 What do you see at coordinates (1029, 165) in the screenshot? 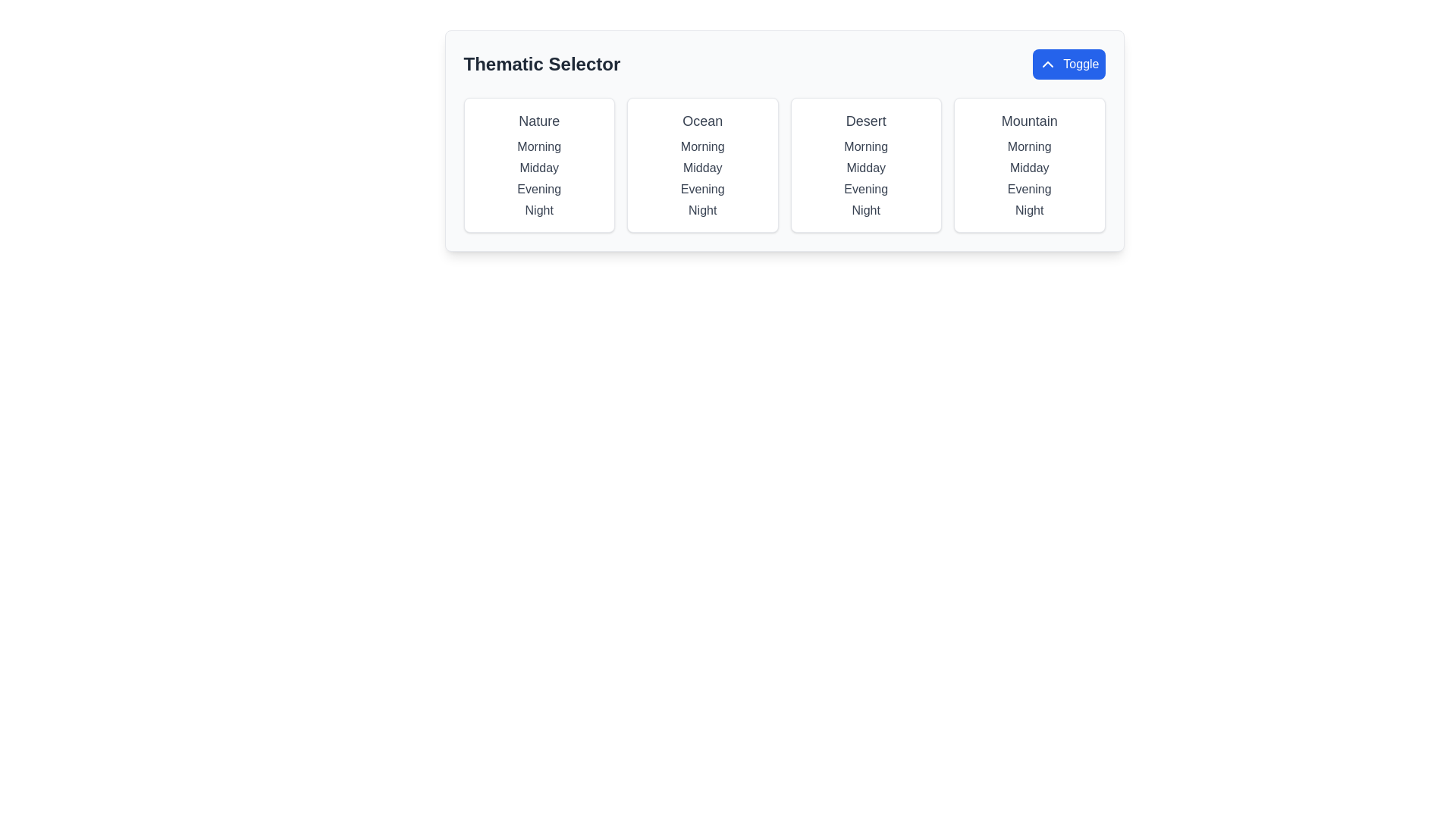
I see `the selectable options panel related to the 'Mountain' theme, which is the fourth item in a grid layout of thematic options including 'Nature', 'Ocean', and 'Desert'` at bounding box center [1029, 165].